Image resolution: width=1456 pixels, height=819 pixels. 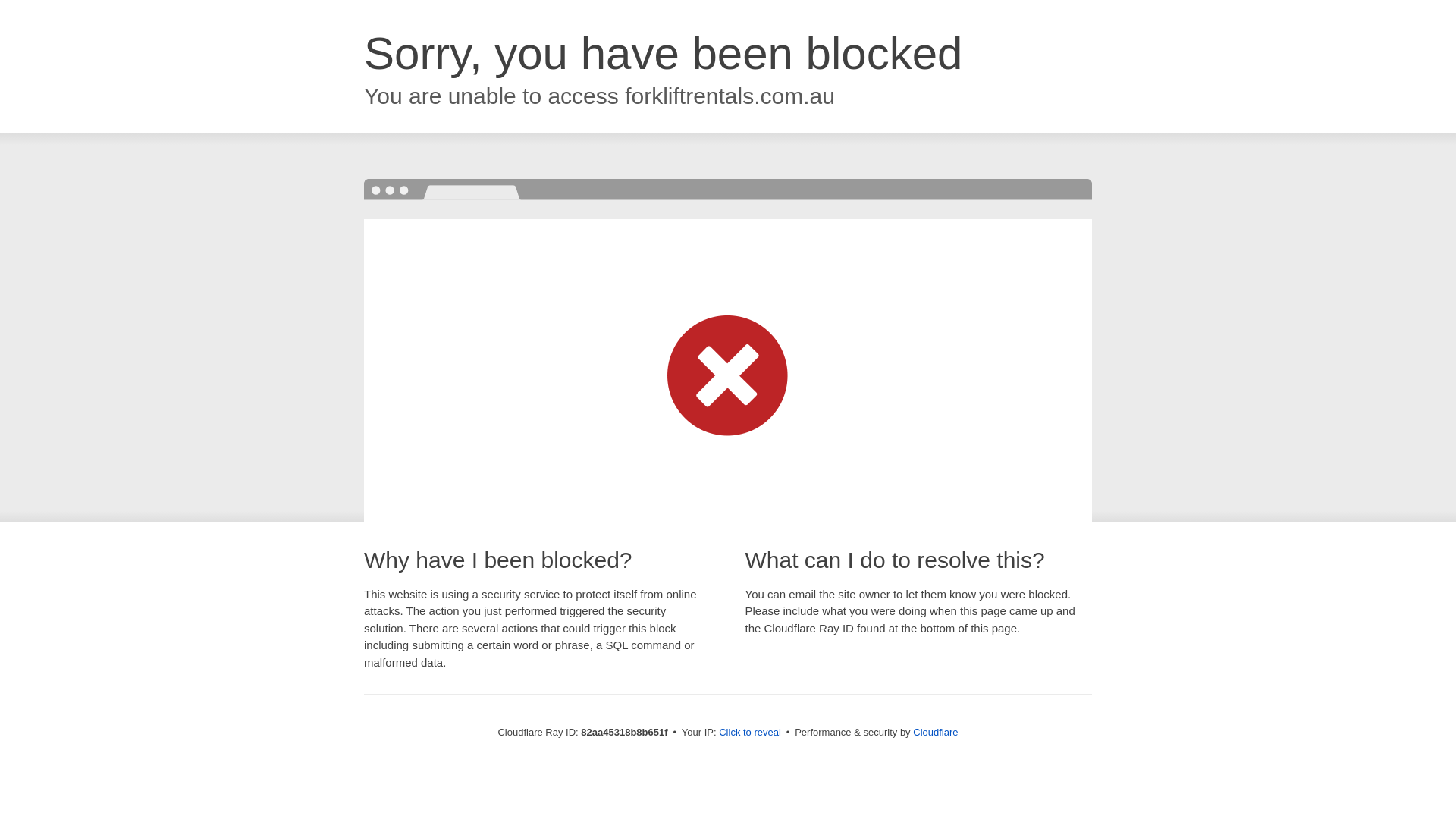 What do you see at coordinates (912, 731) in the screenshot?
I see `'Cloudflare'` at bounding box center [912, 731].